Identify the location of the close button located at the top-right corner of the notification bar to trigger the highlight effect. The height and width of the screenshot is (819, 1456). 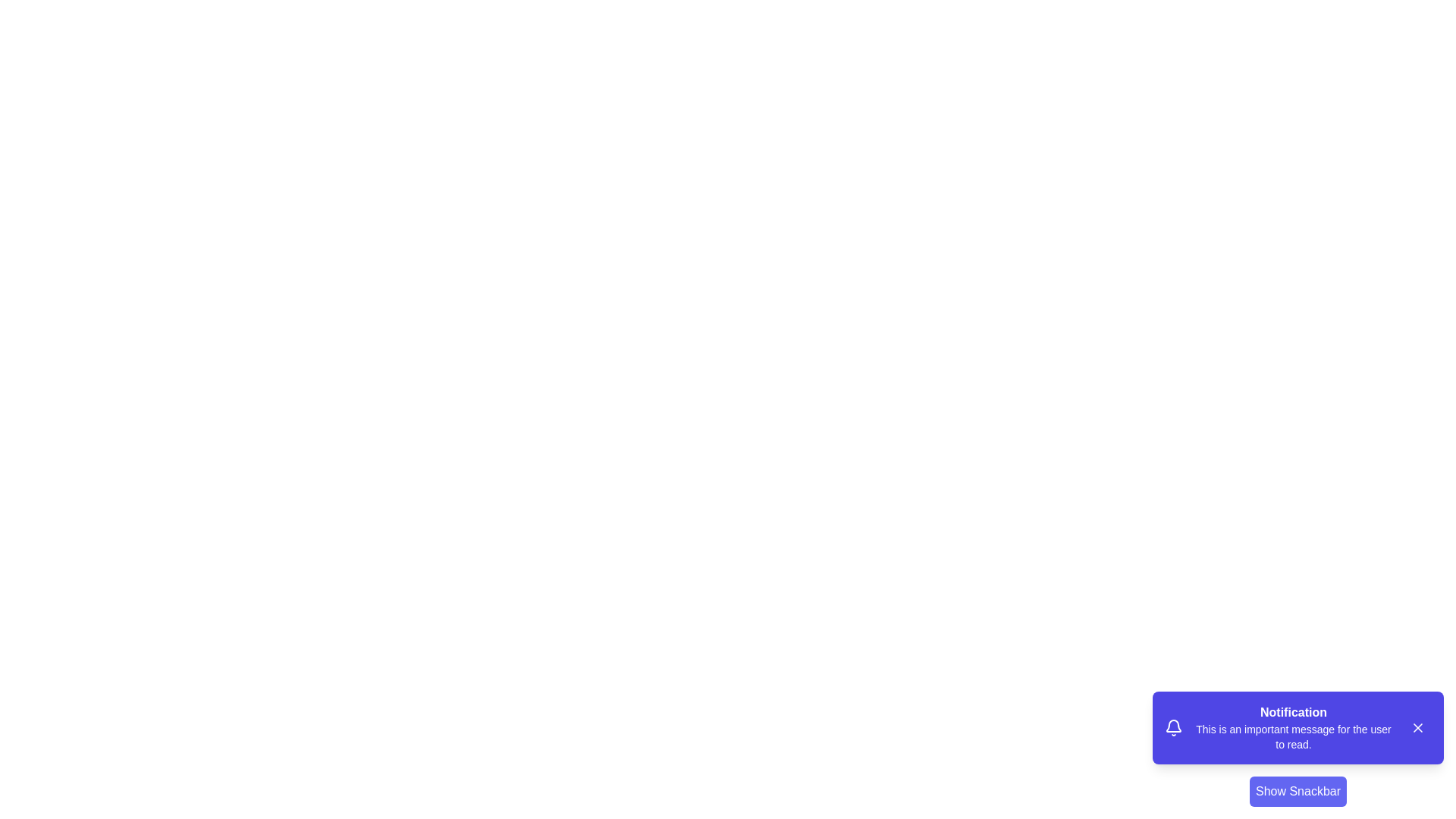
(1417, 727).